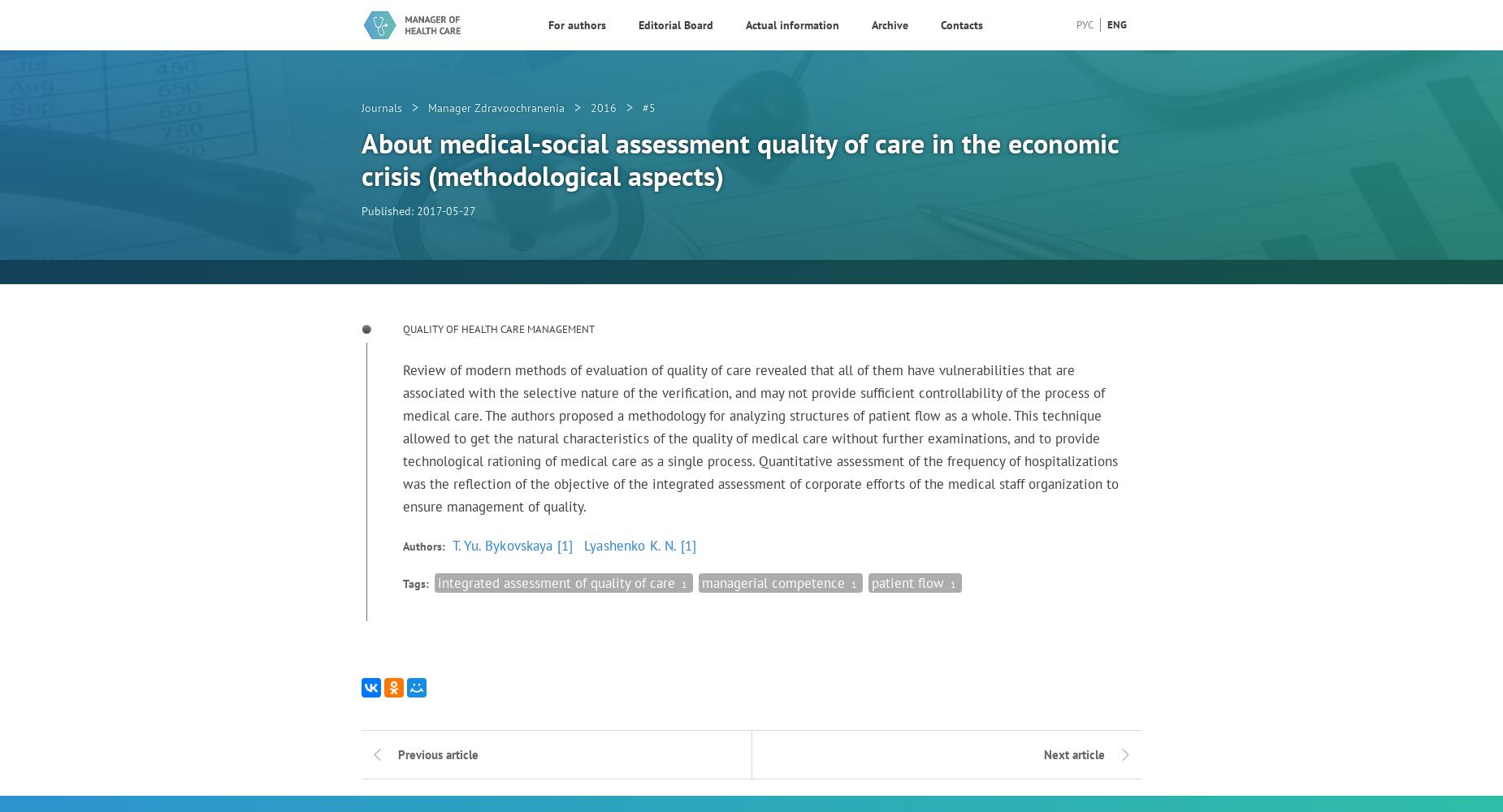 This screenshot has width=1503, height=812. What do you see at coordinates (382, 108) in the screenshot?
I see `'Journals'` at bounding box center [382, 108].